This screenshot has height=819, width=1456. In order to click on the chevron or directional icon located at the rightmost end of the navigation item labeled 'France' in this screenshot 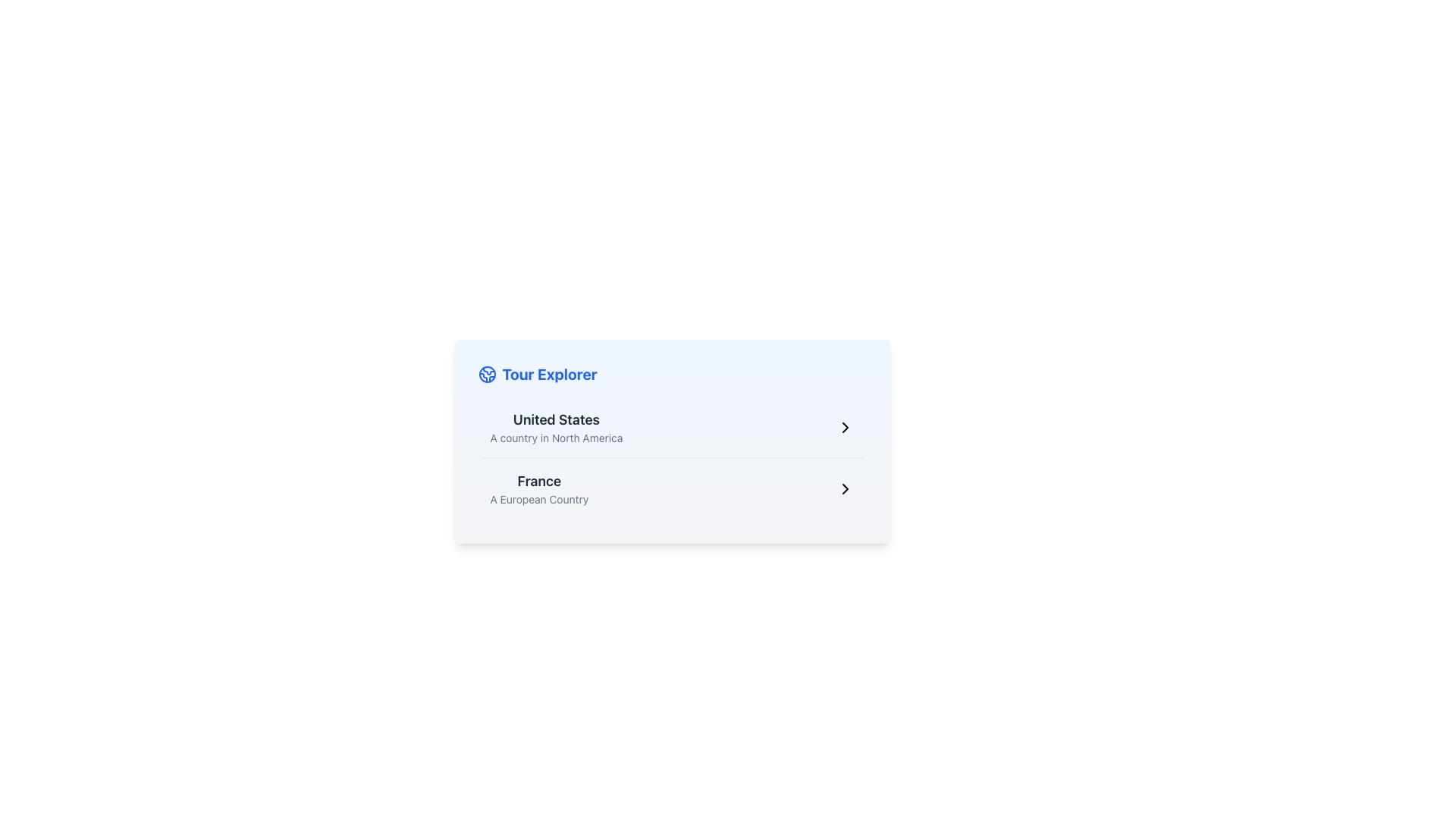, I will do `click(844, 427)`.